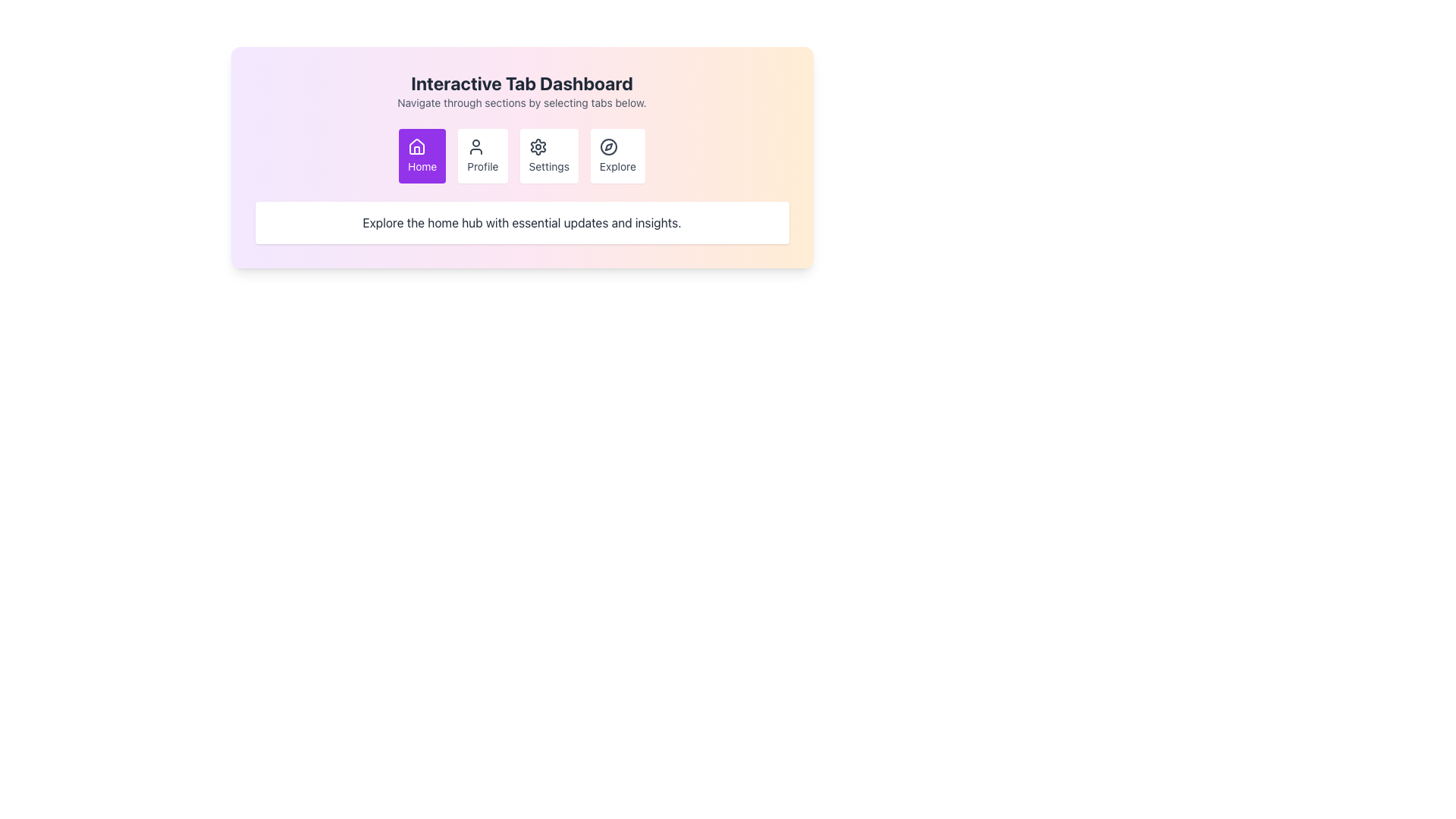  What do you see at coordinates (475, 146) in the screenshot?
I see `the profile icon, which is a minimal line-art silhouette of a person, located within the 'Profile' button in the Interactive Tab Dashboard` at bounding box center [475, 146].